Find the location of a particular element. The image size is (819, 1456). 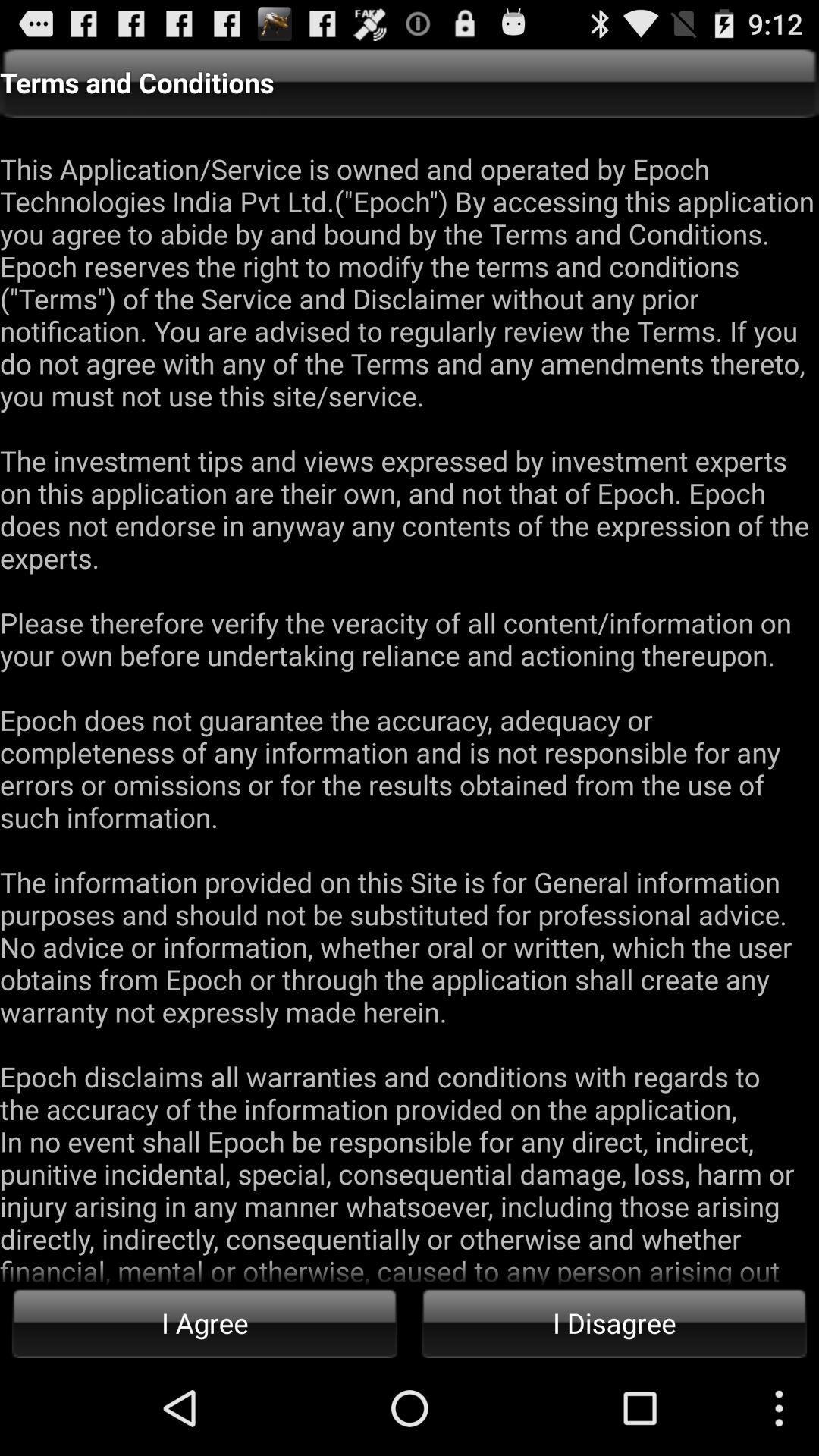

i agree  button is located at coordinates (205, 1322).